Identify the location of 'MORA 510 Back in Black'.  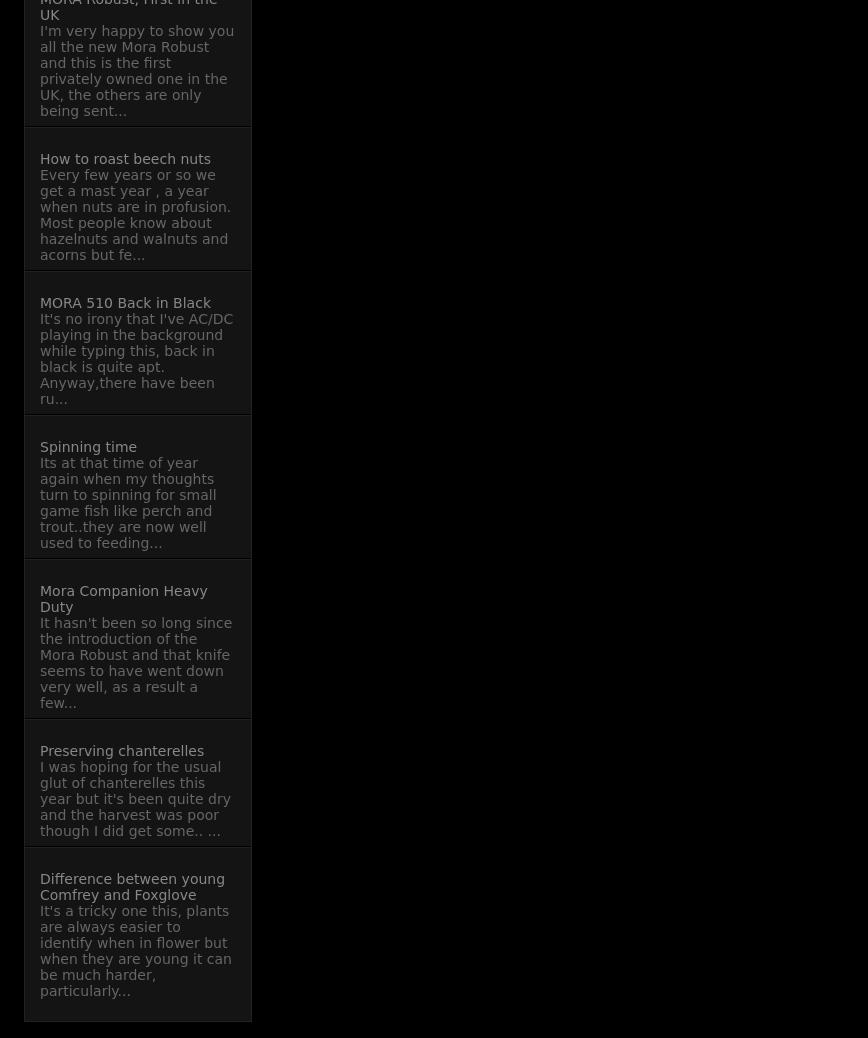
(124, 302).